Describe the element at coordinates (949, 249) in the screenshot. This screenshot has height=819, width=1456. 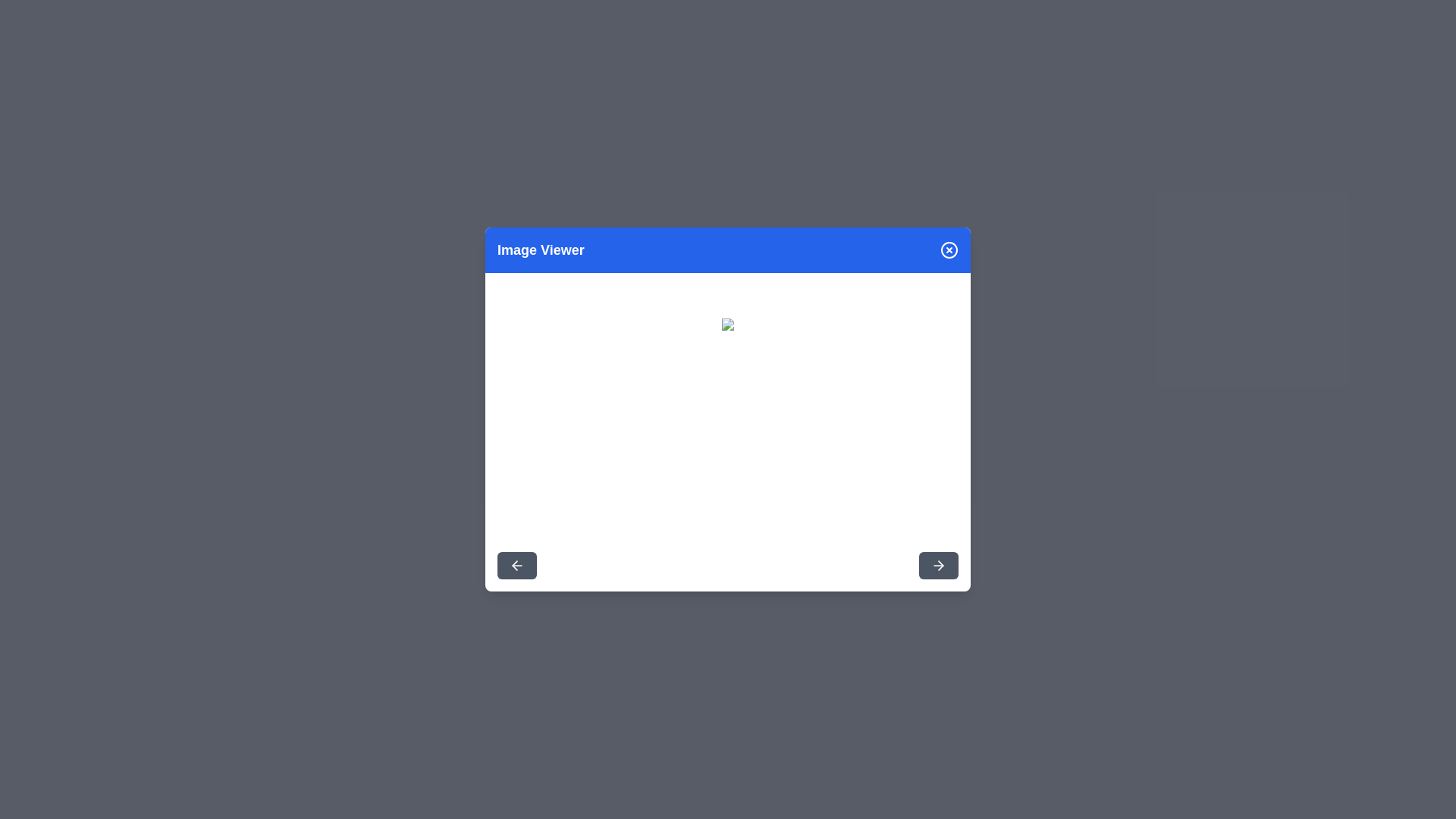
I see `close button to dismiss the dialog` at that location.